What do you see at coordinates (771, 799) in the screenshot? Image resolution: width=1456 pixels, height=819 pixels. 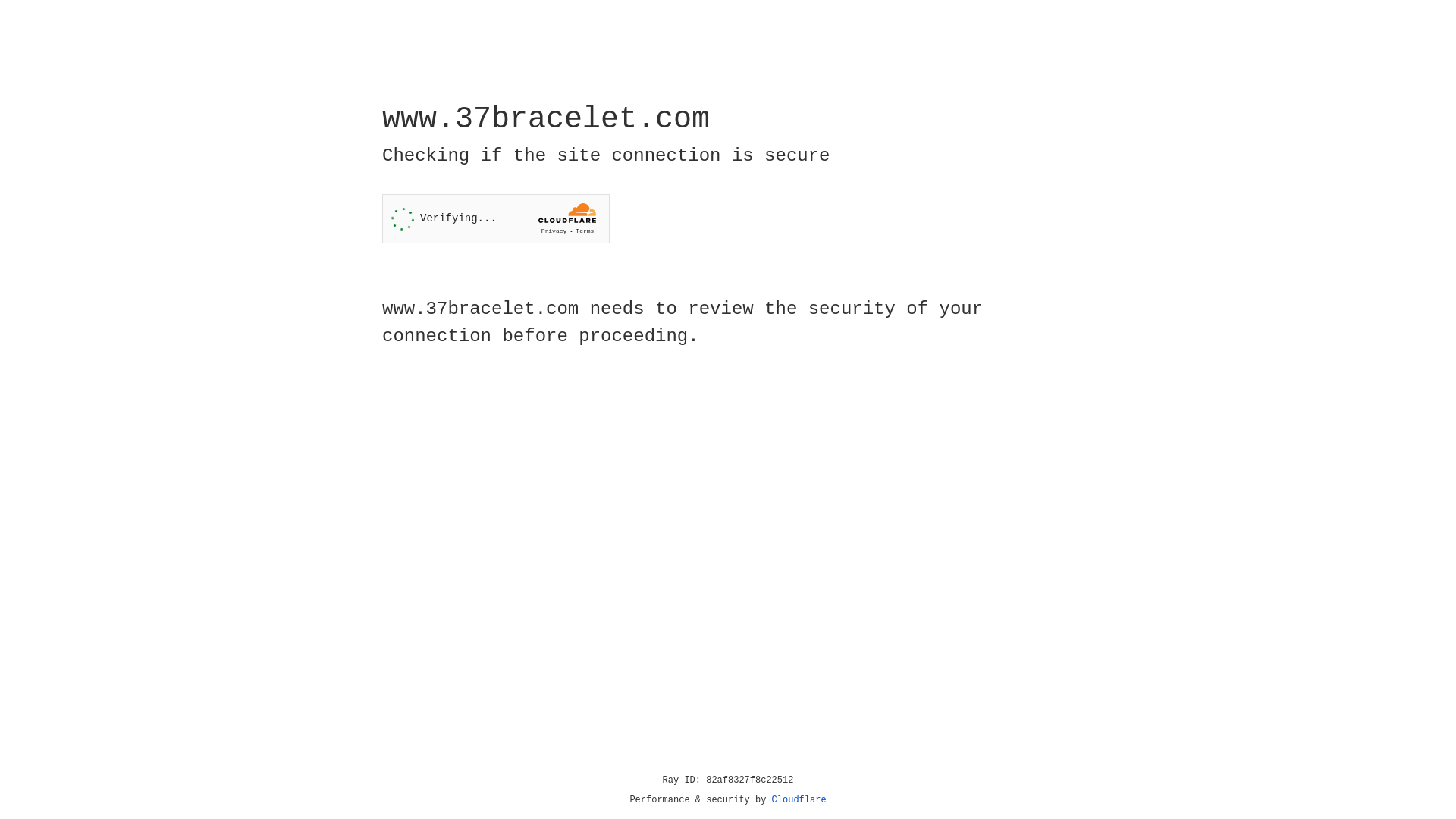 I see `'Cloudflare'` at bounding box center [771, 799].